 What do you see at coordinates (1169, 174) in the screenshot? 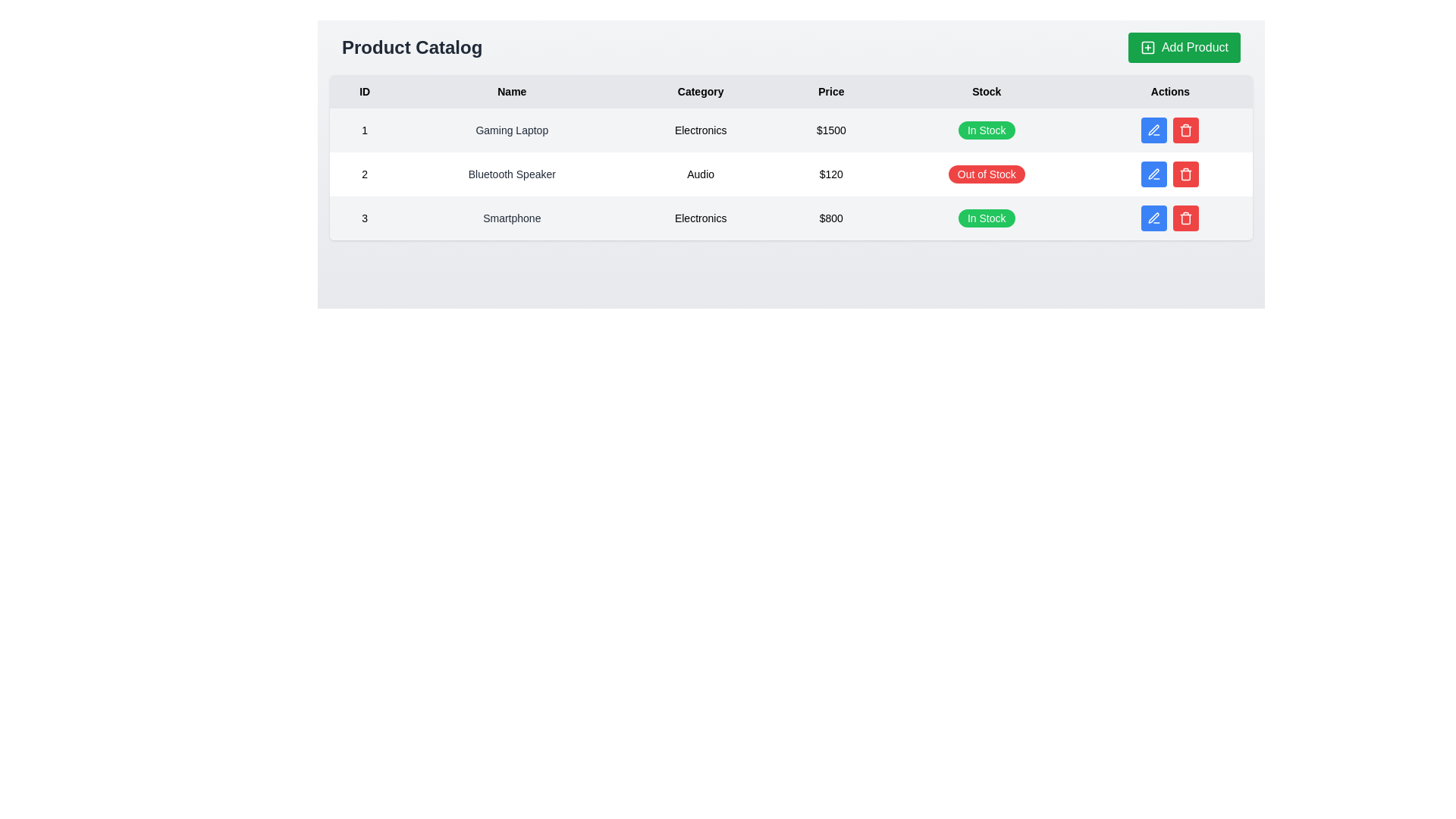
I see `the edit button with a blue background and pen icon in the last column of the table row labeled 'Bluetooth Speaker' to initiate the edit action` at bounding box center [1169, 174].